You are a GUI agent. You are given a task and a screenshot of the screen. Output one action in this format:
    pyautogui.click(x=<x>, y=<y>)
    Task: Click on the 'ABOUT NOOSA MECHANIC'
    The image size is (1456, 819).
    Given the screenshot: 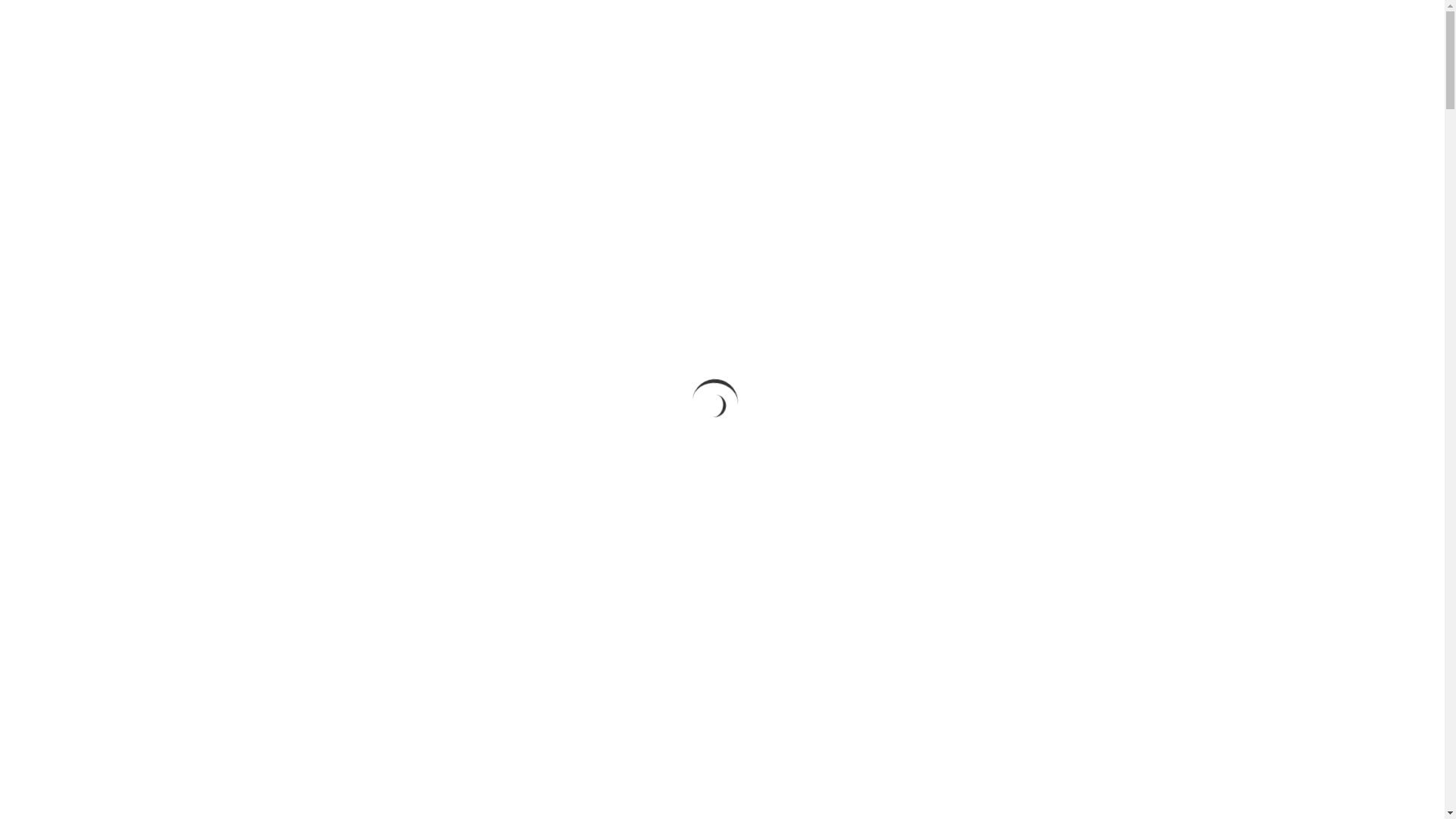 What is the action you would take?
    pyautogui.click(x=657, y=28)
    